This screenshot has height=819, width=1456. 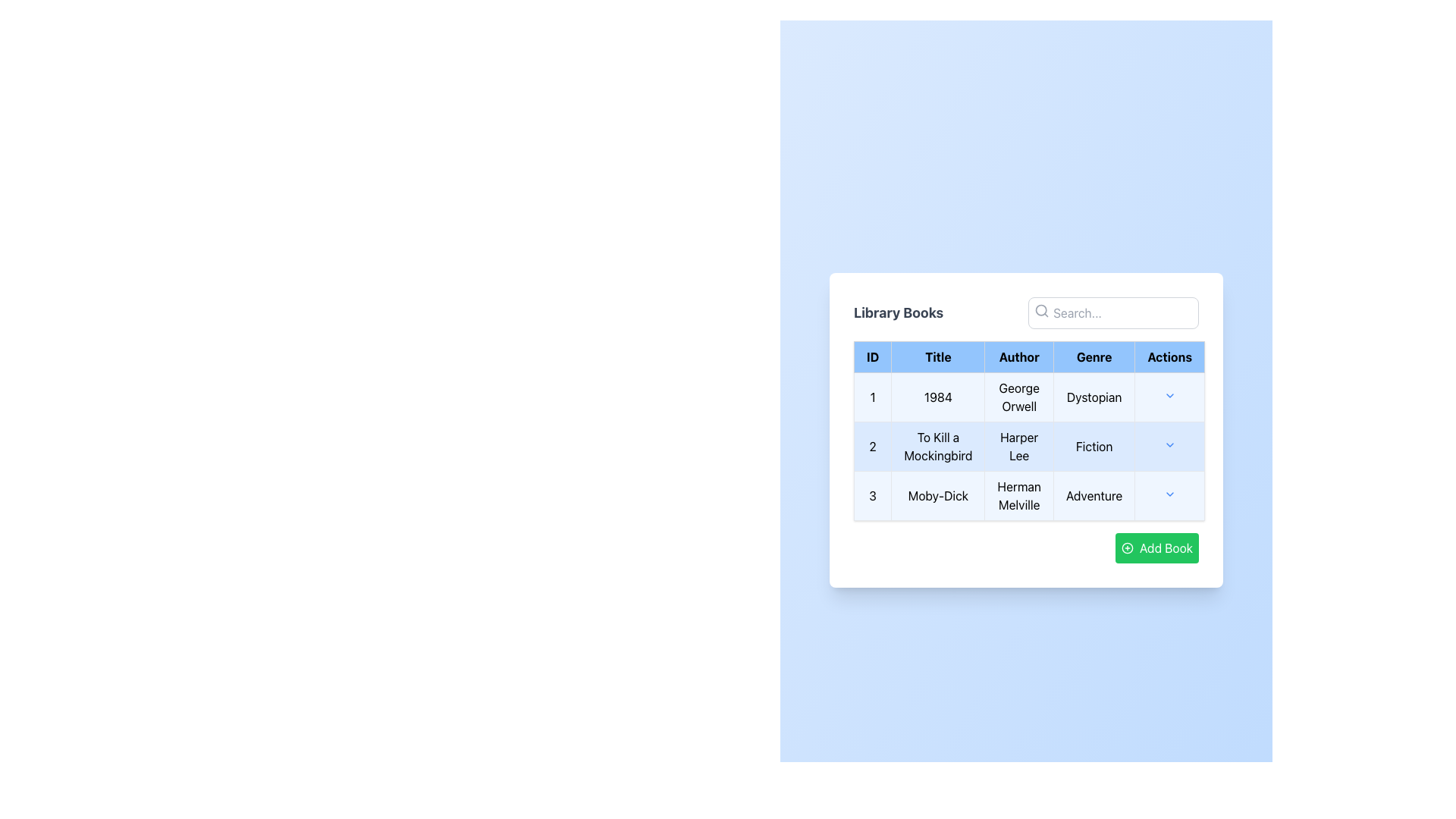 What do you see at coordinates (937, 356) in the screenshot?
I see `the Table Header Cell displaying 'Title' in bold font, which is styled with a blue background and is positioned between the 'ID' and 'Author' columns in the Library Books layout` at bounding box center [937, 356].